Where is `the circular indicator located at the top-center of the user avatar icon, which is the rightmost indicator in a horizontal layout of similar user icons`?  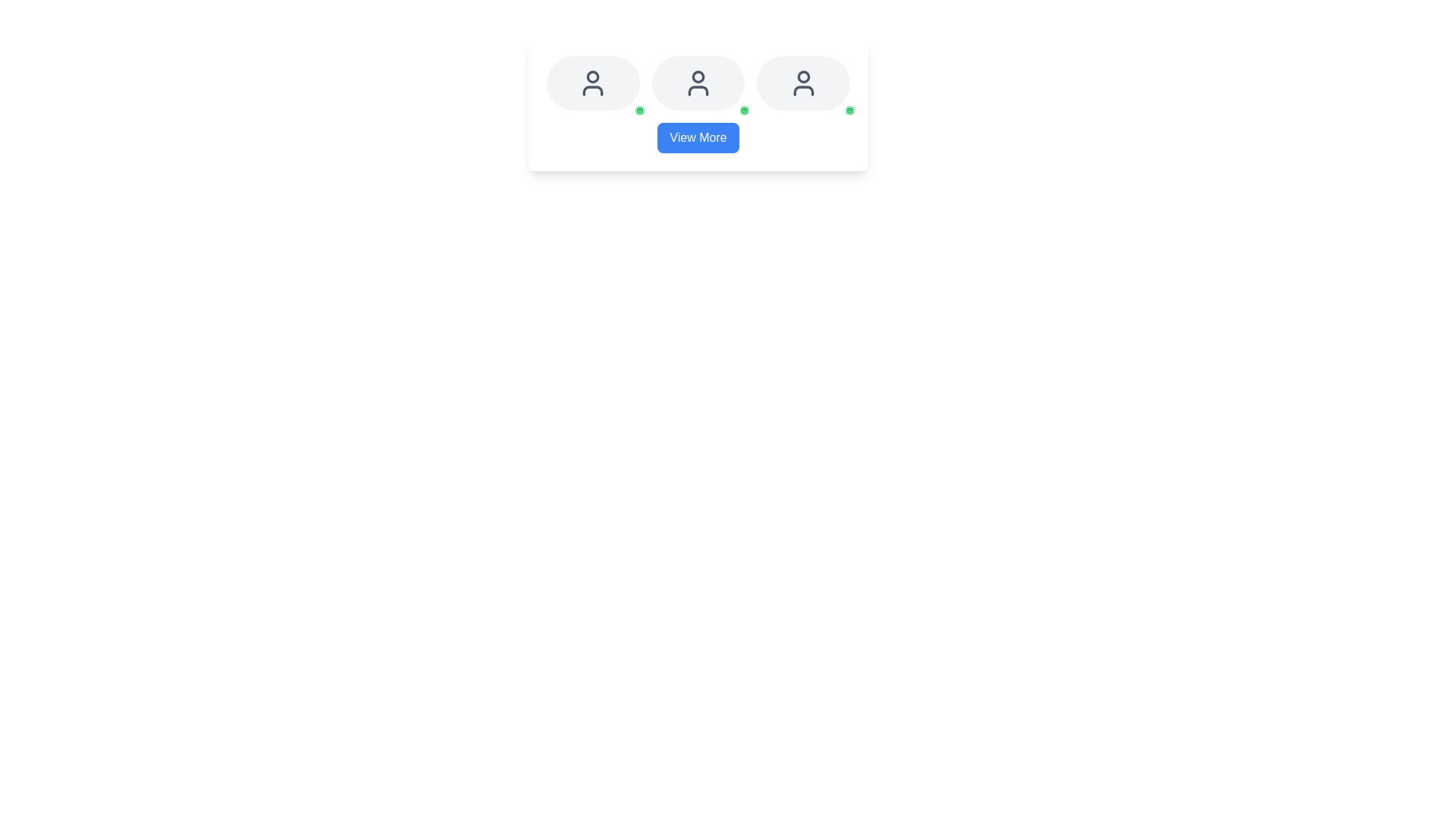
the circular indicator located at the top-center of the user avatar icon, which is the rightmost indicator in a horizontal layout of similar user icons is located at coordinates (802, 77).